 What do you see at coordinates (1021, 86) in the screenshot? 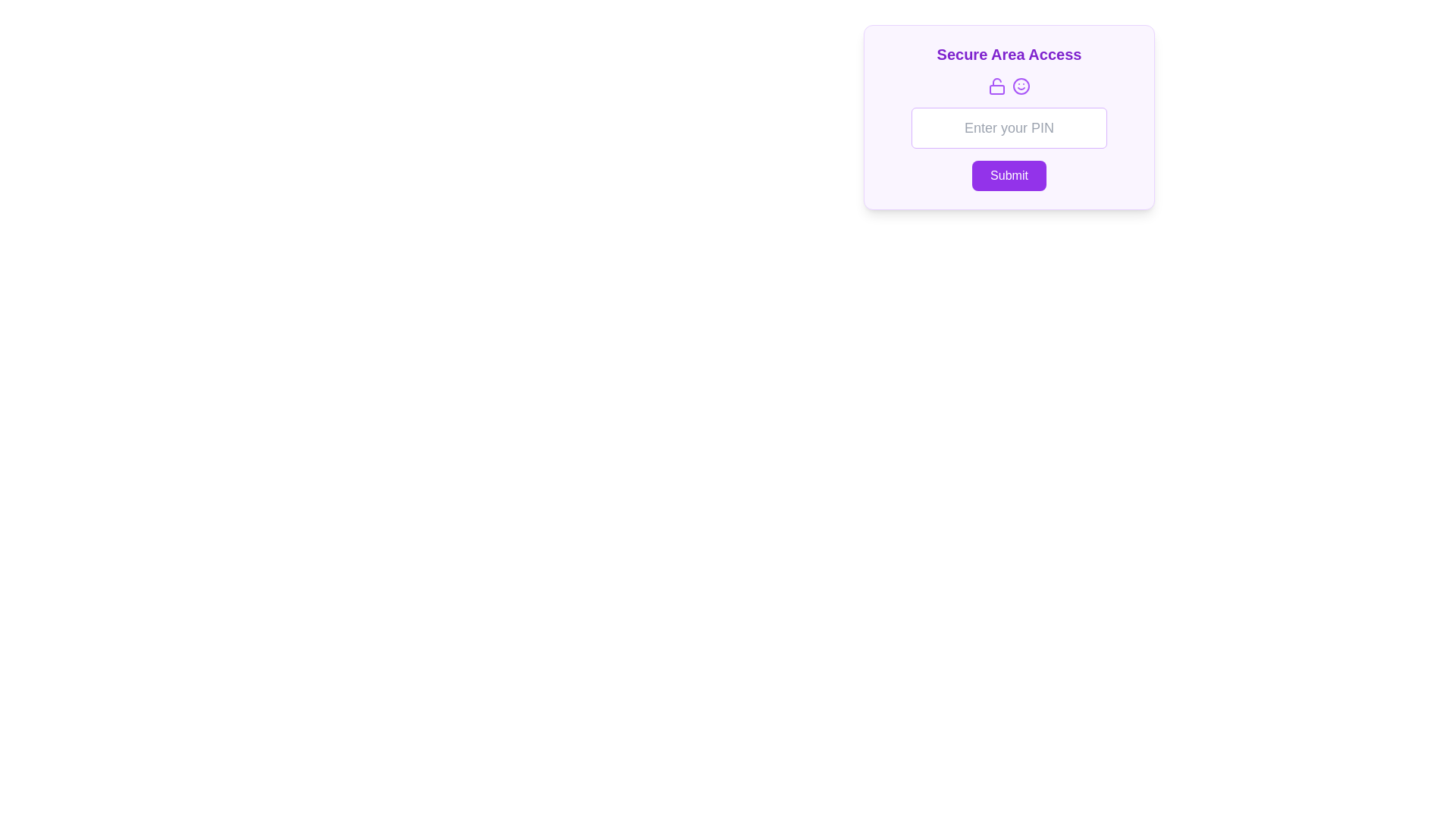
I see `the rounded purple smiley face icon, which is the second icon in the header of the 'Secure Area Access' form, positioned to the right of a lock-shaped icon` at bounding box center [1021, 86].